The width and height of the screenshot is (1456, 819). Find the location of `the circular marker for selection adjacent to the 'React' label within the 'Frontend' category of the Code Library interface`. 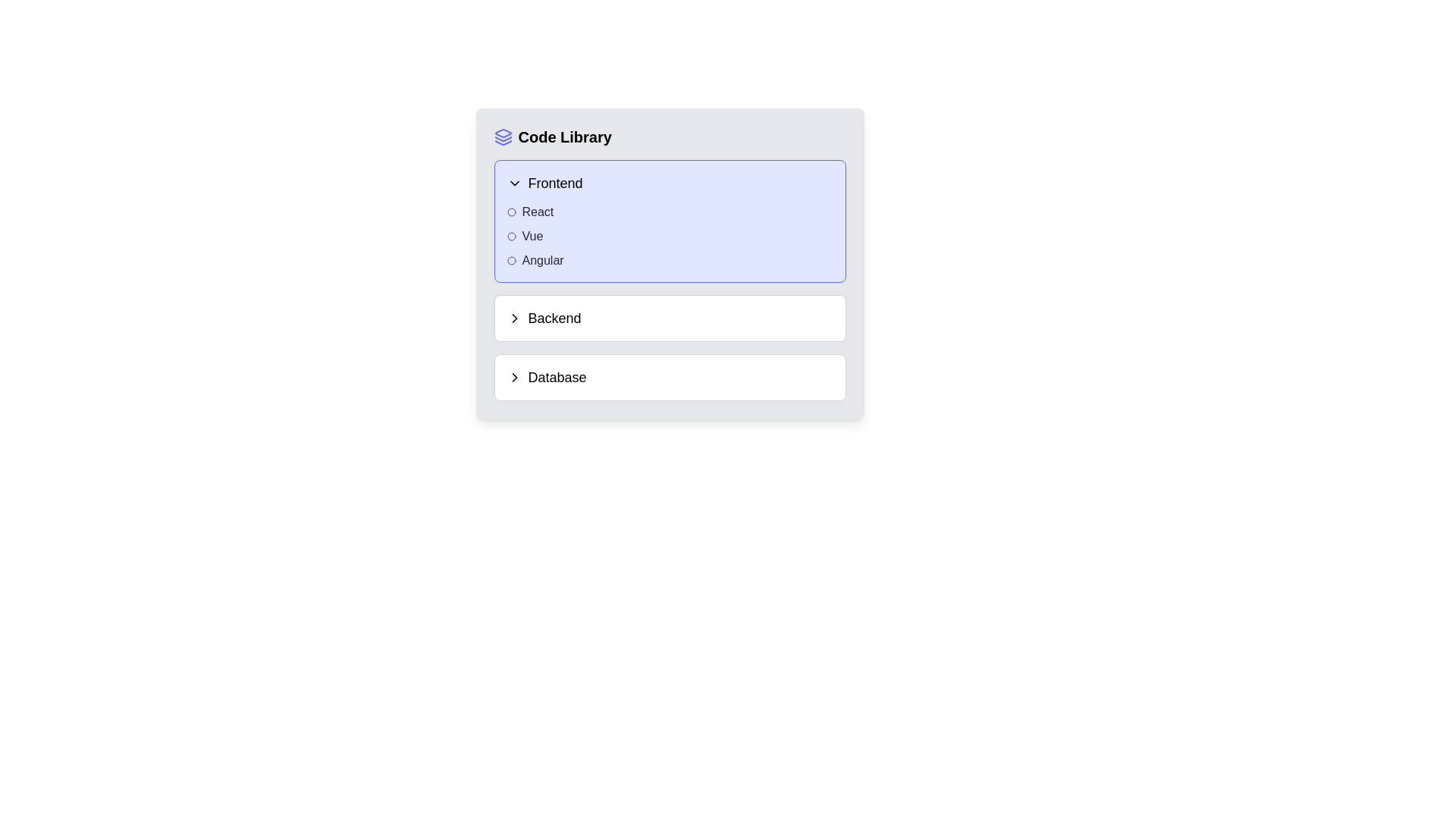

the circular marker for selection adjacent to the 'React' label within the 'Frontend' category of the Code Library interface is located at coordinates (511, 212).